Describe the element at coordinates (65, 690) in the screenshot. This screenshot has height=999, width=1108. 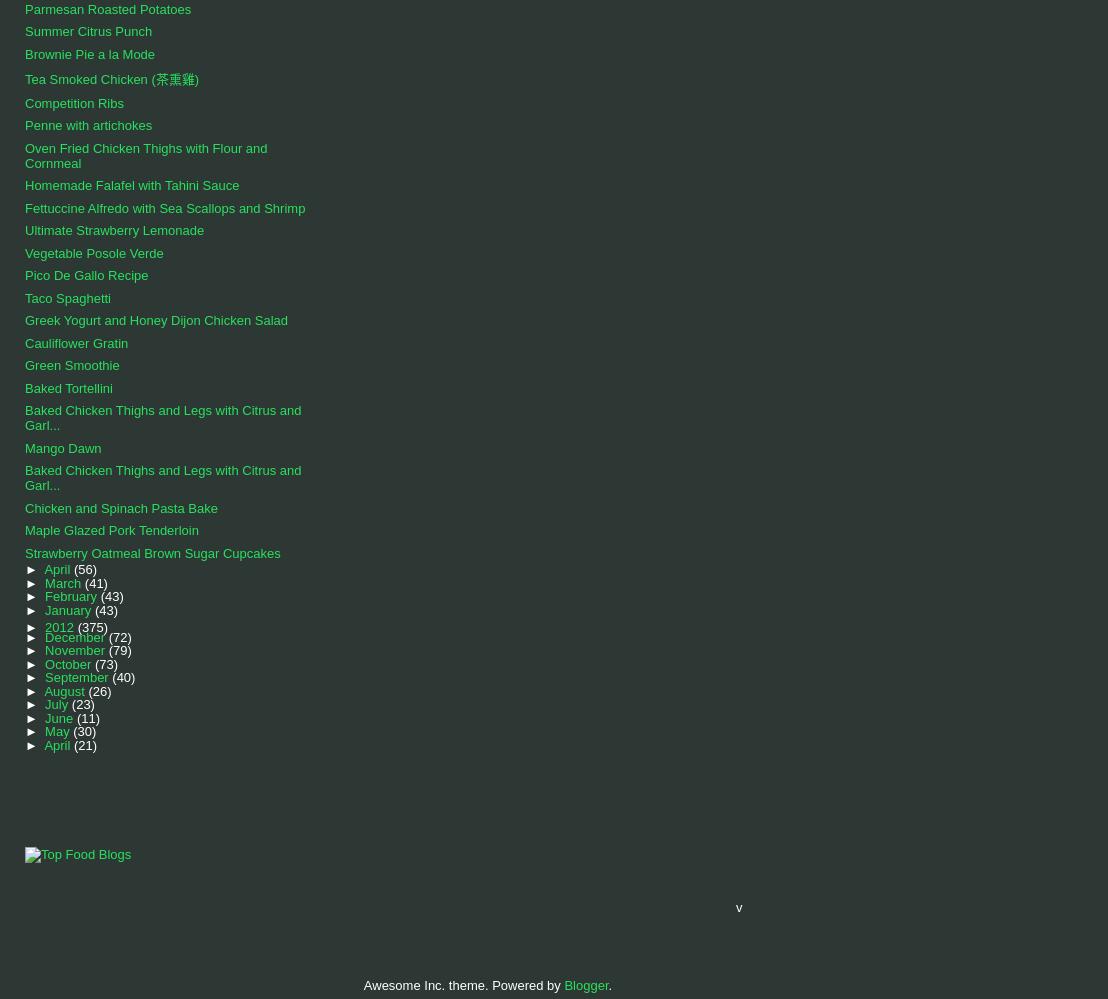
I see `'August'` at that location.